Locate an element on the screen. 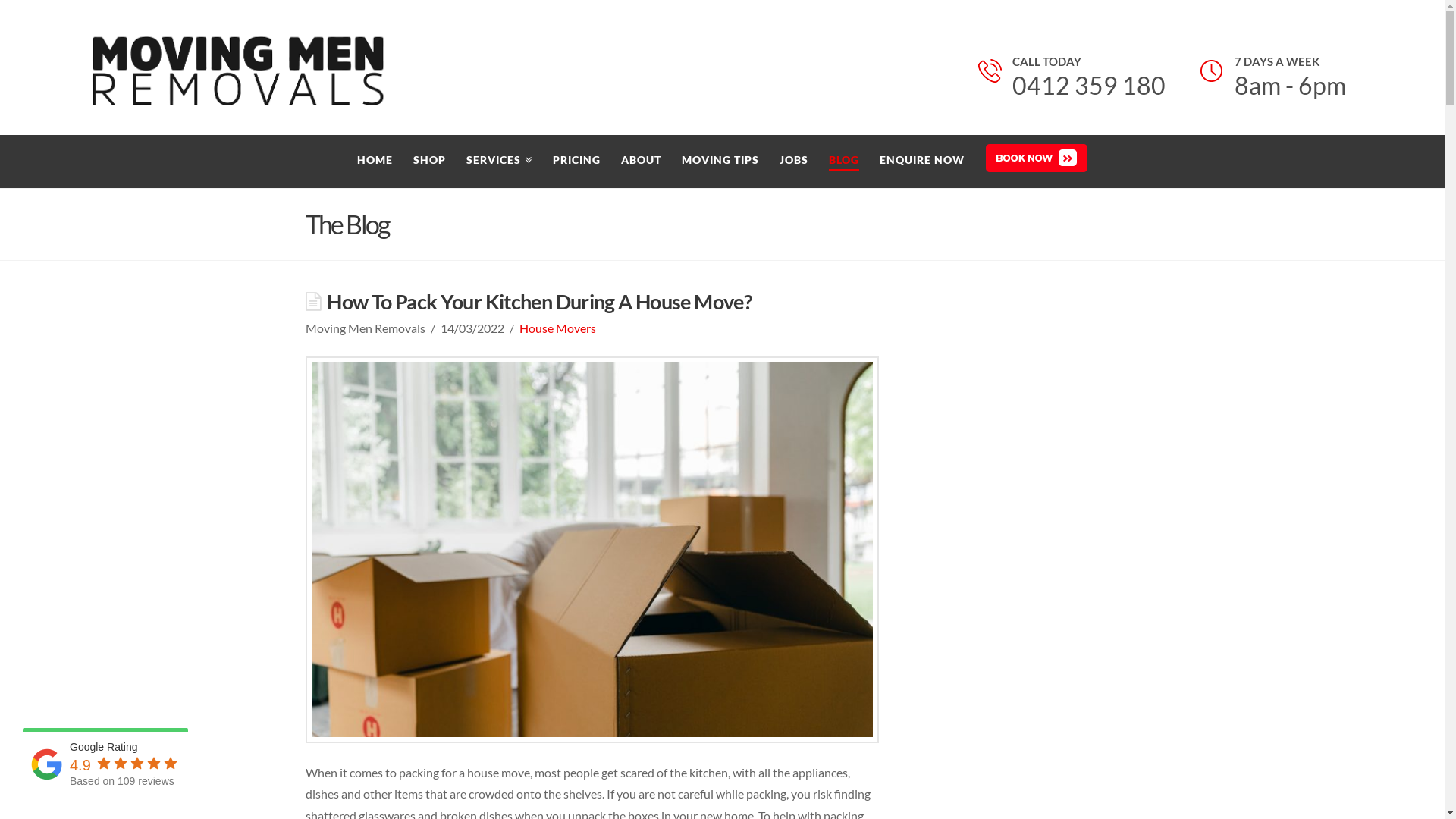  'HOME' is located at coordinates (375, 161).